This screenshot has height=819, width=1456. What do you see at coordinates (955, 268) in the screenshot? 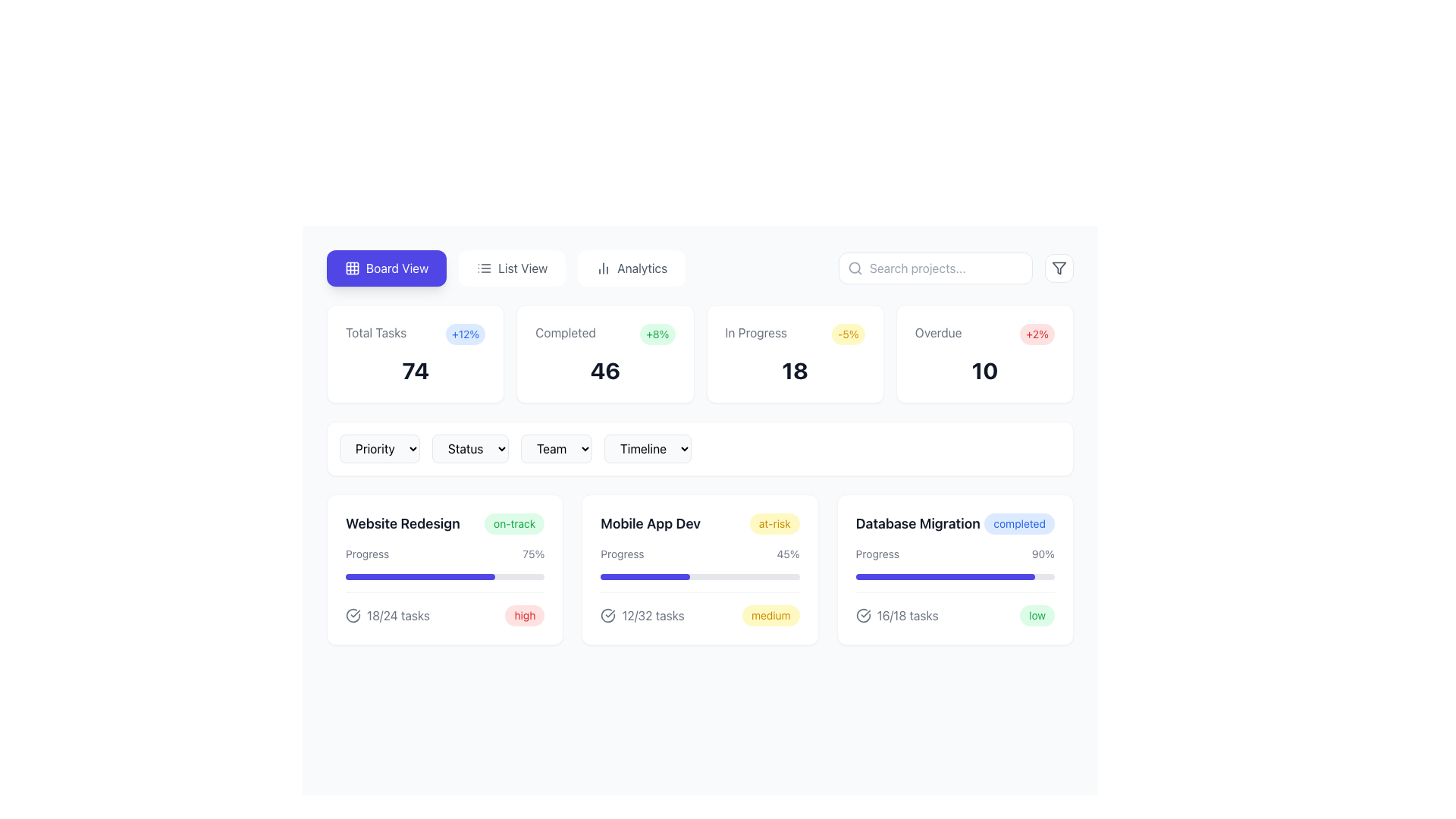
I see `the filter button, which is part of the combined search input box and action button, located in the top-right corner of the interface` at bounding box center [955, 268].